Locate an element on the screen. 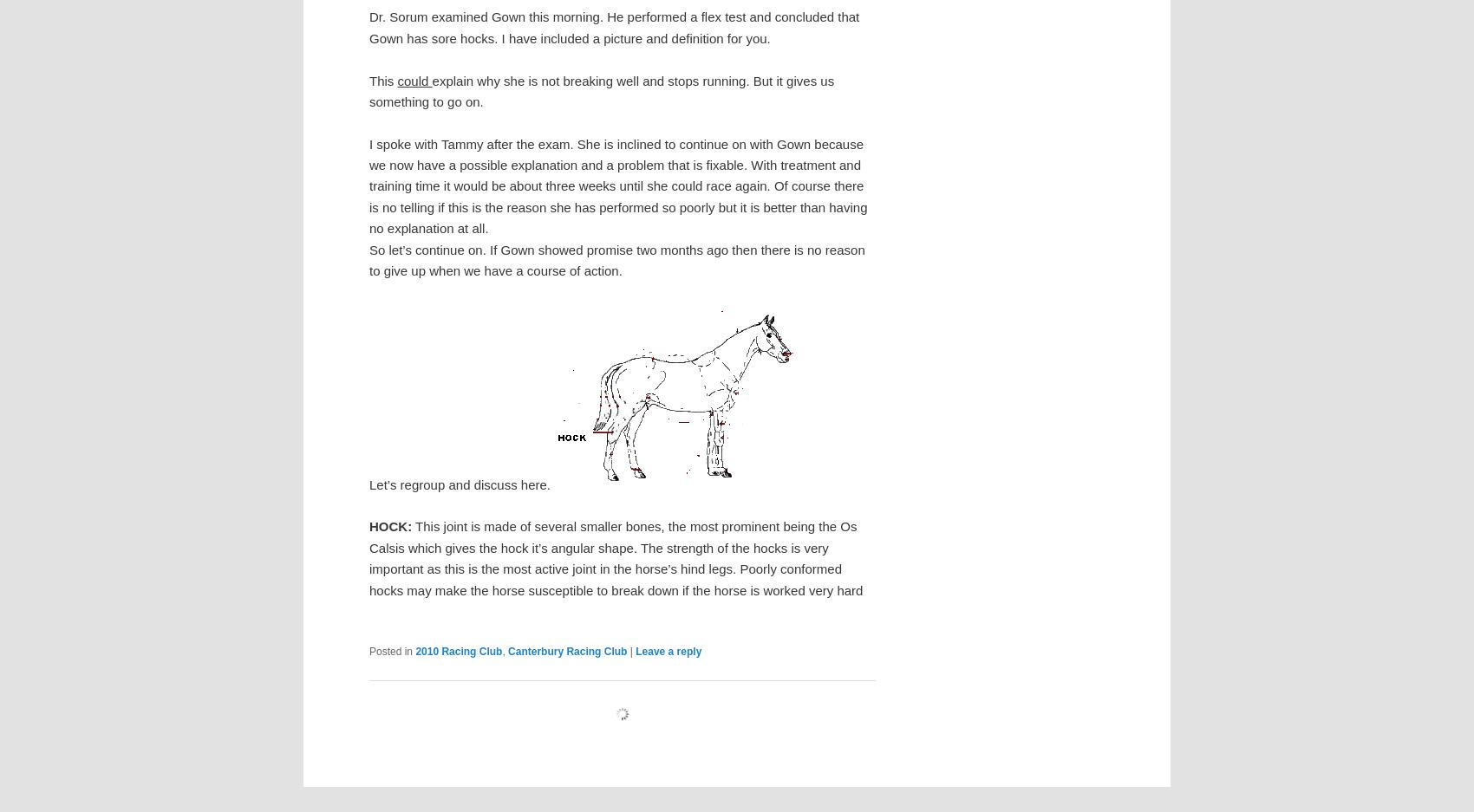 Image resolution: width=1474 pixels, height=812 pixels. 'Dr. Sorum examined Gown this morning. He performed a flex test and concluded that Gown has sore hocks. I have included a picture and definition for you.' is located at coordinates (614, 26).